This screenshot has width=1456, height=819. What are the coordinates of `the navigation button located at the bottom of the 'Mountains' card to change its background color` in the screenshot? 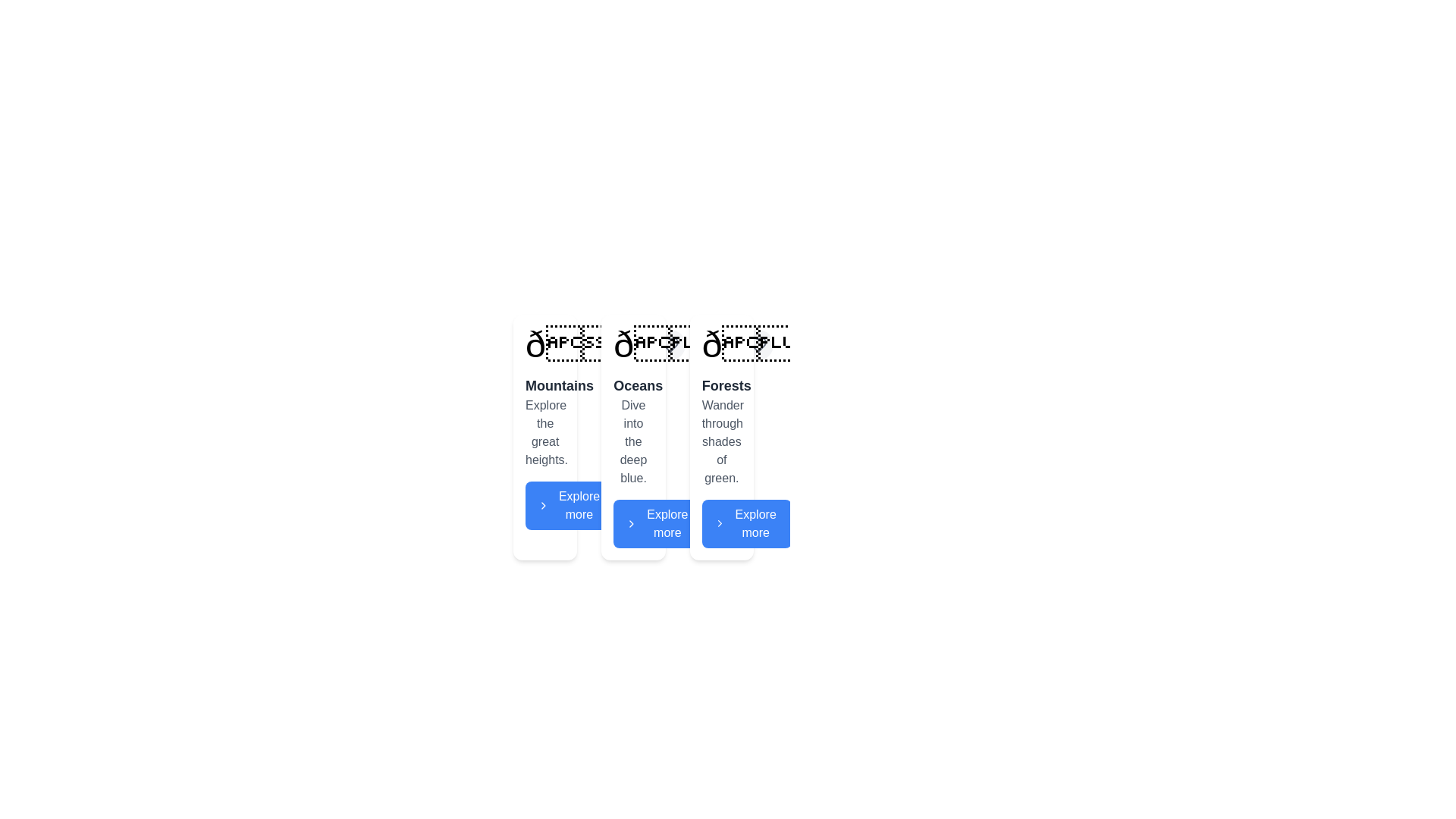 It's located at (570, 506).